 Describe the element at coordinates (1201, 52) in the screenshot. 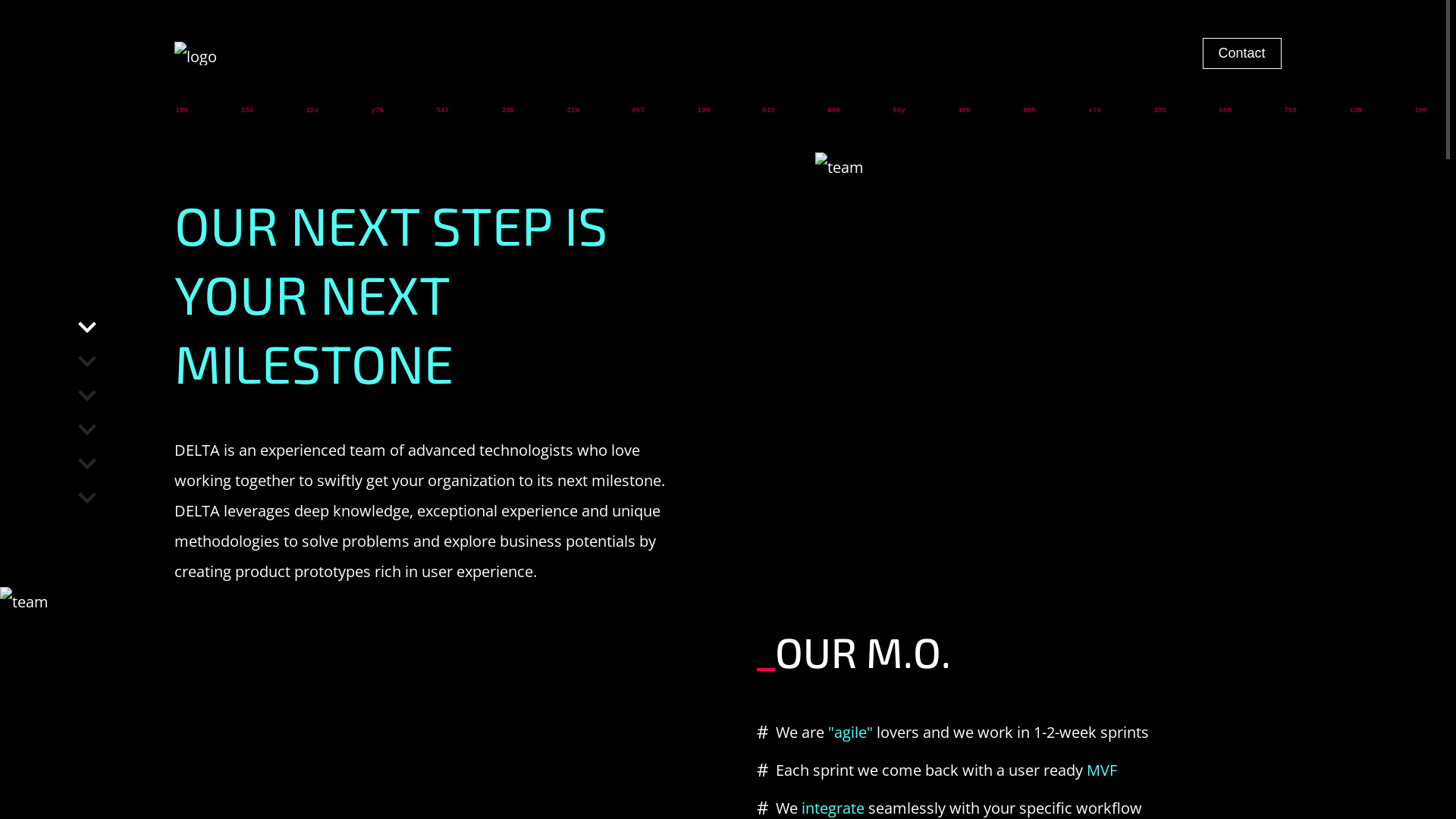

I see `'Contact'` at that location.